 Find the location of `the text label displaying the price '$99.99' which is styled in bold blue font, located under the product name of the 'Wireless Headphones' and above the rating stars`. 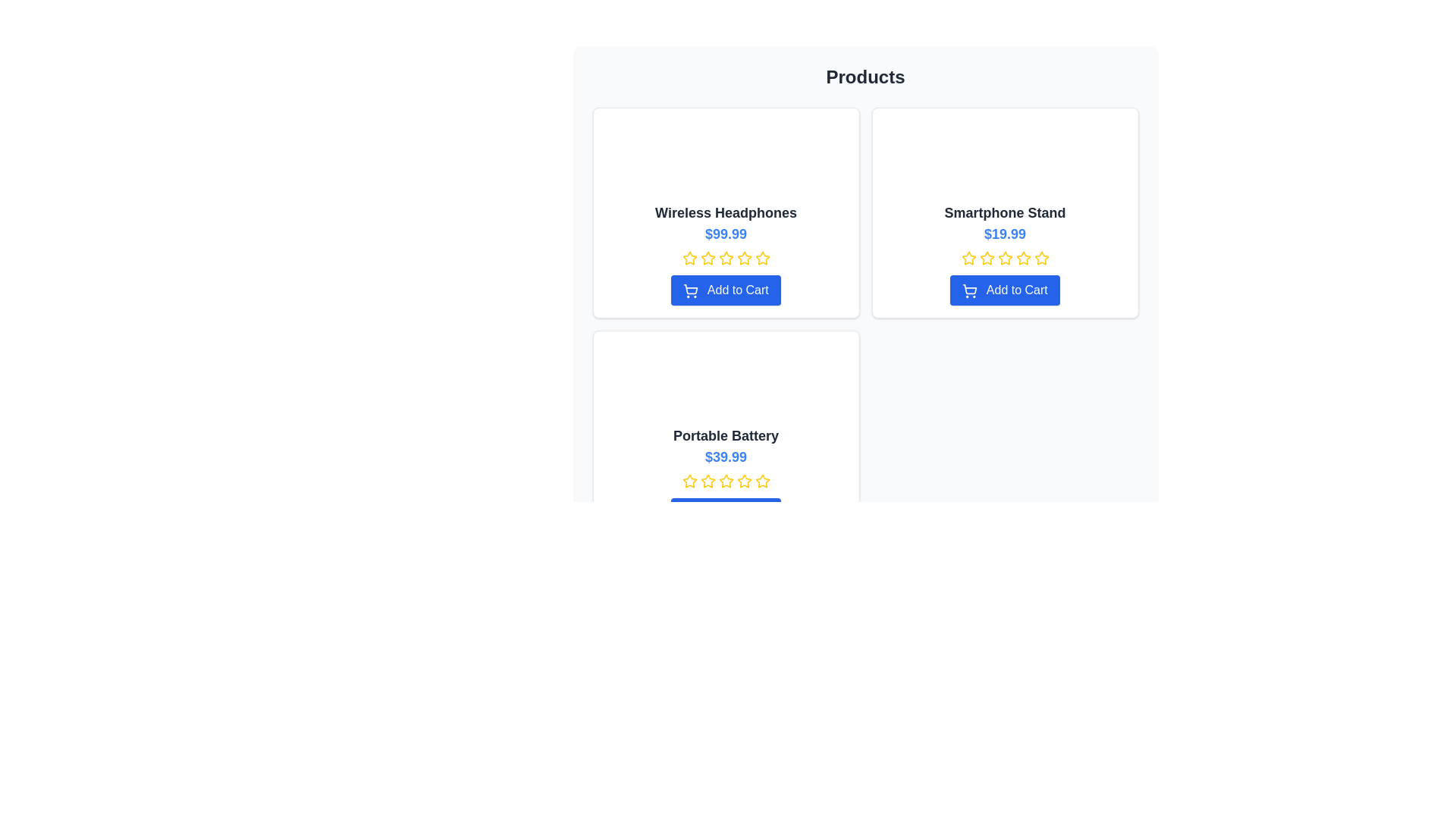

the text label displaying the price '$99.99' which is styled in bold blue font, located under the product name of the 'Wireless Headphones' and above the rating stars is located at coordinates (725, 234).